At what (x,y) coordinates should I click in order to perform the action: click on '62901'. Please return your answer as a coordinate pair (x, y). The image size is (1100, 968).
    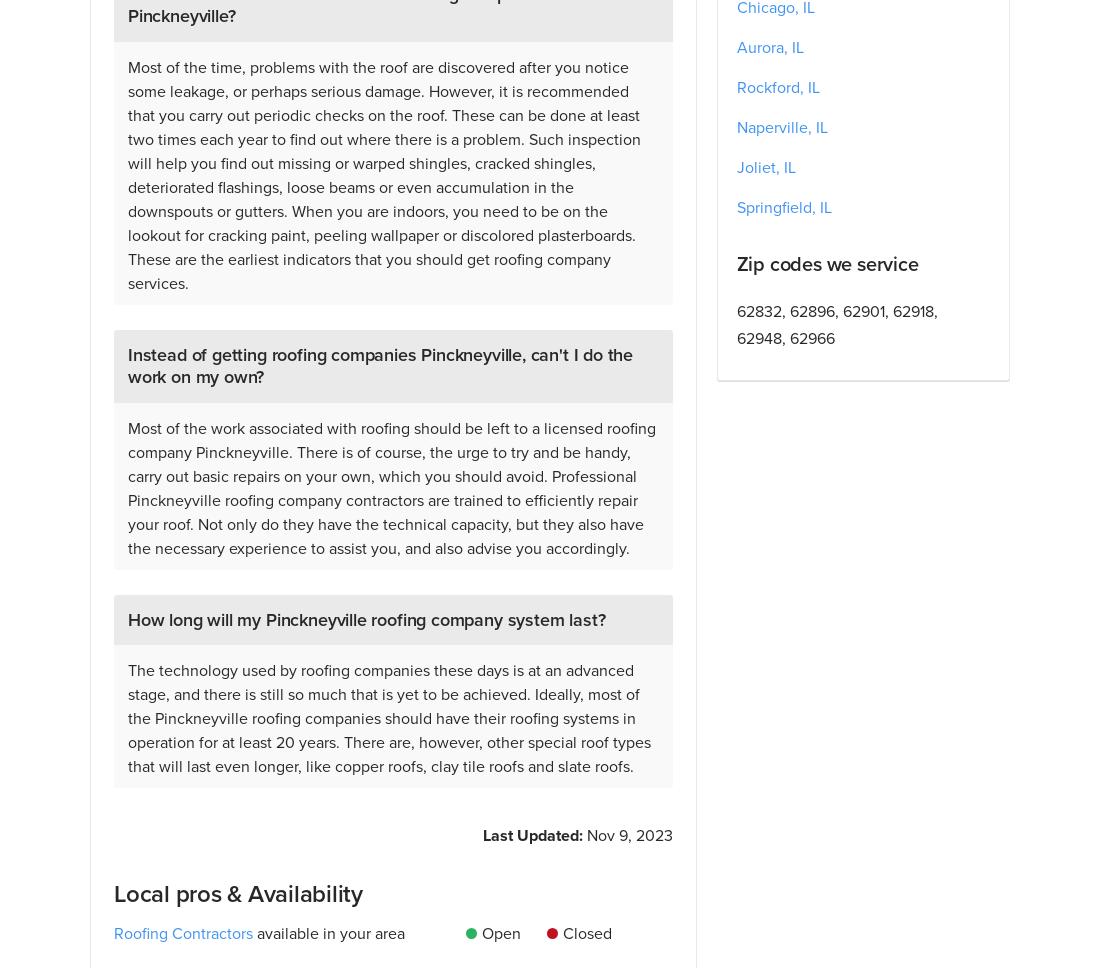
    Looking at the image, I should click on (861, 310).